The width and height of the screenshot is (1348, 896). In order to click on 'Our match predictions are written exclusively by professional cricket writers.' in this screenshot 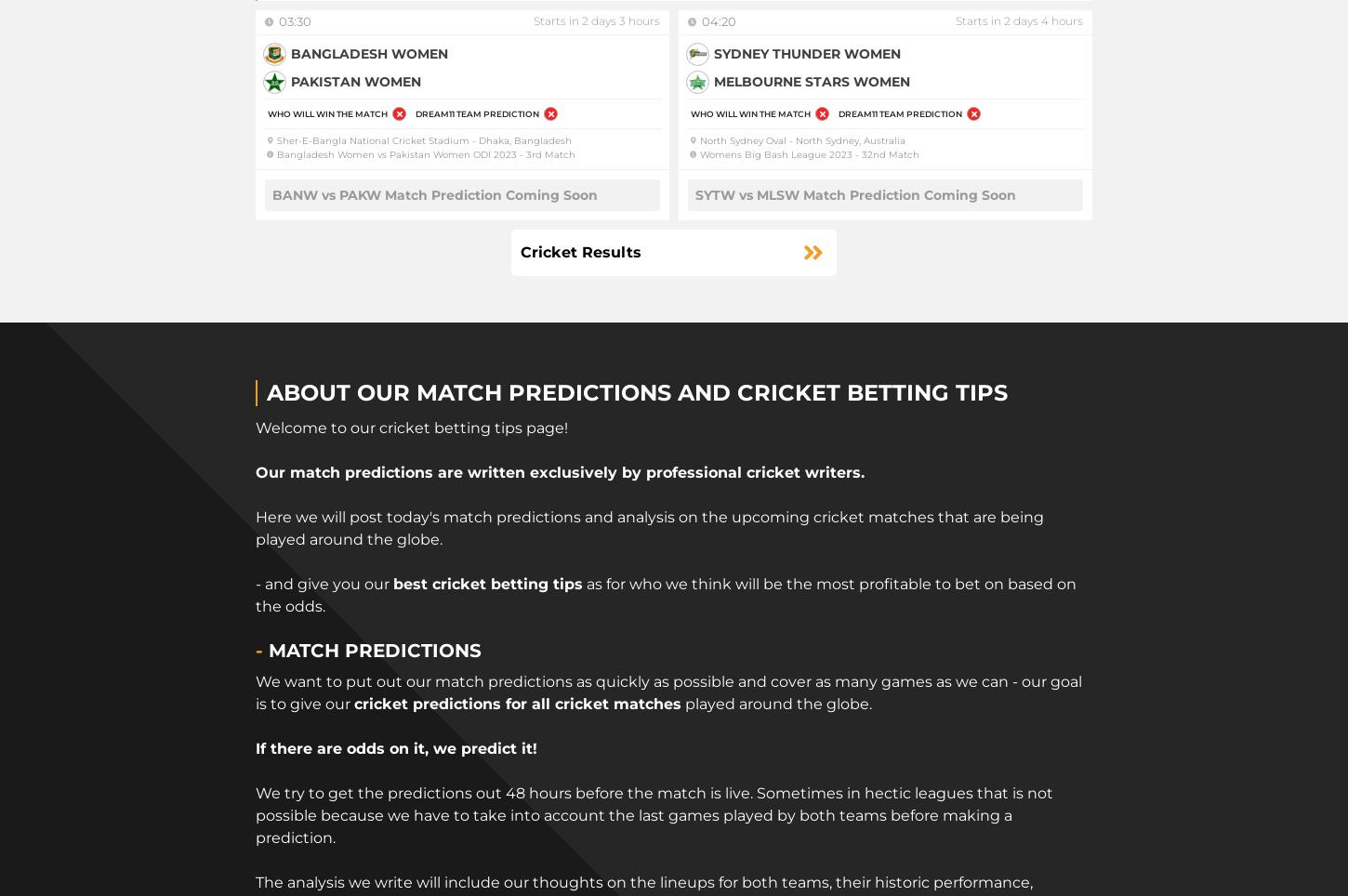, I will do `click(560, 470)`.